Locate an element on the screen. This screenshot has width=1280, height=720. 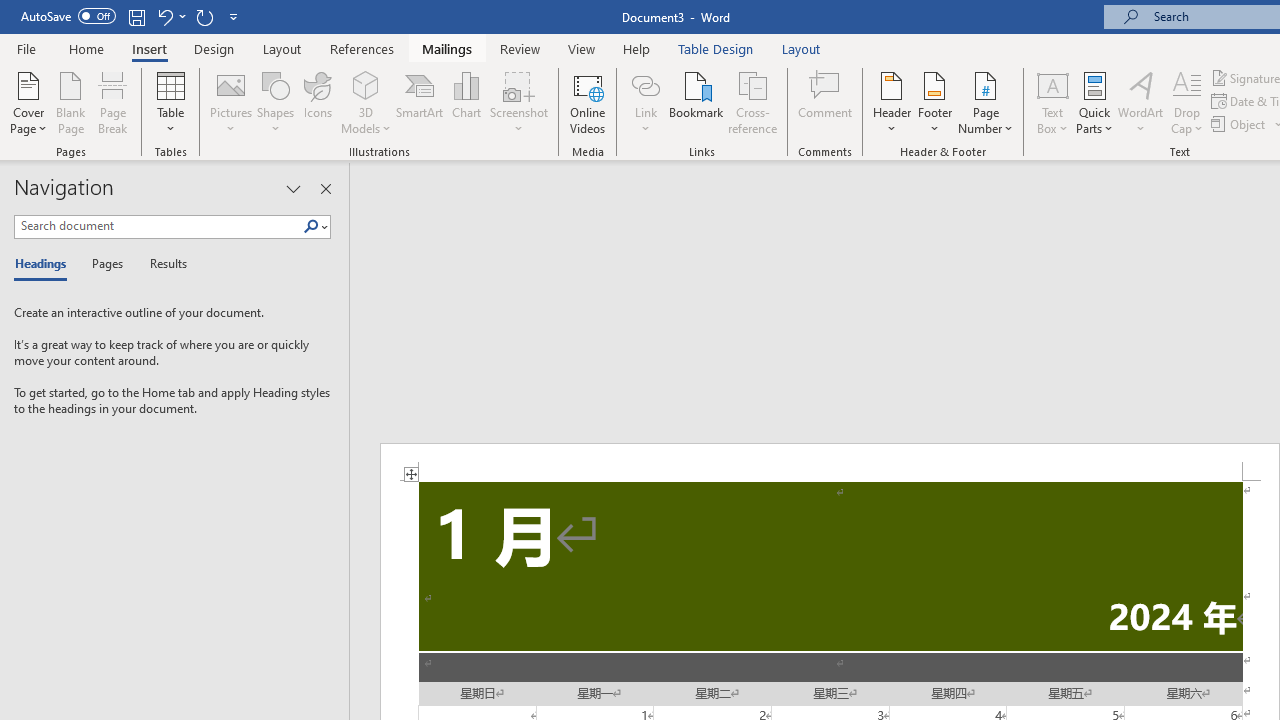
'Comment' is located at coordinates (825, 103).